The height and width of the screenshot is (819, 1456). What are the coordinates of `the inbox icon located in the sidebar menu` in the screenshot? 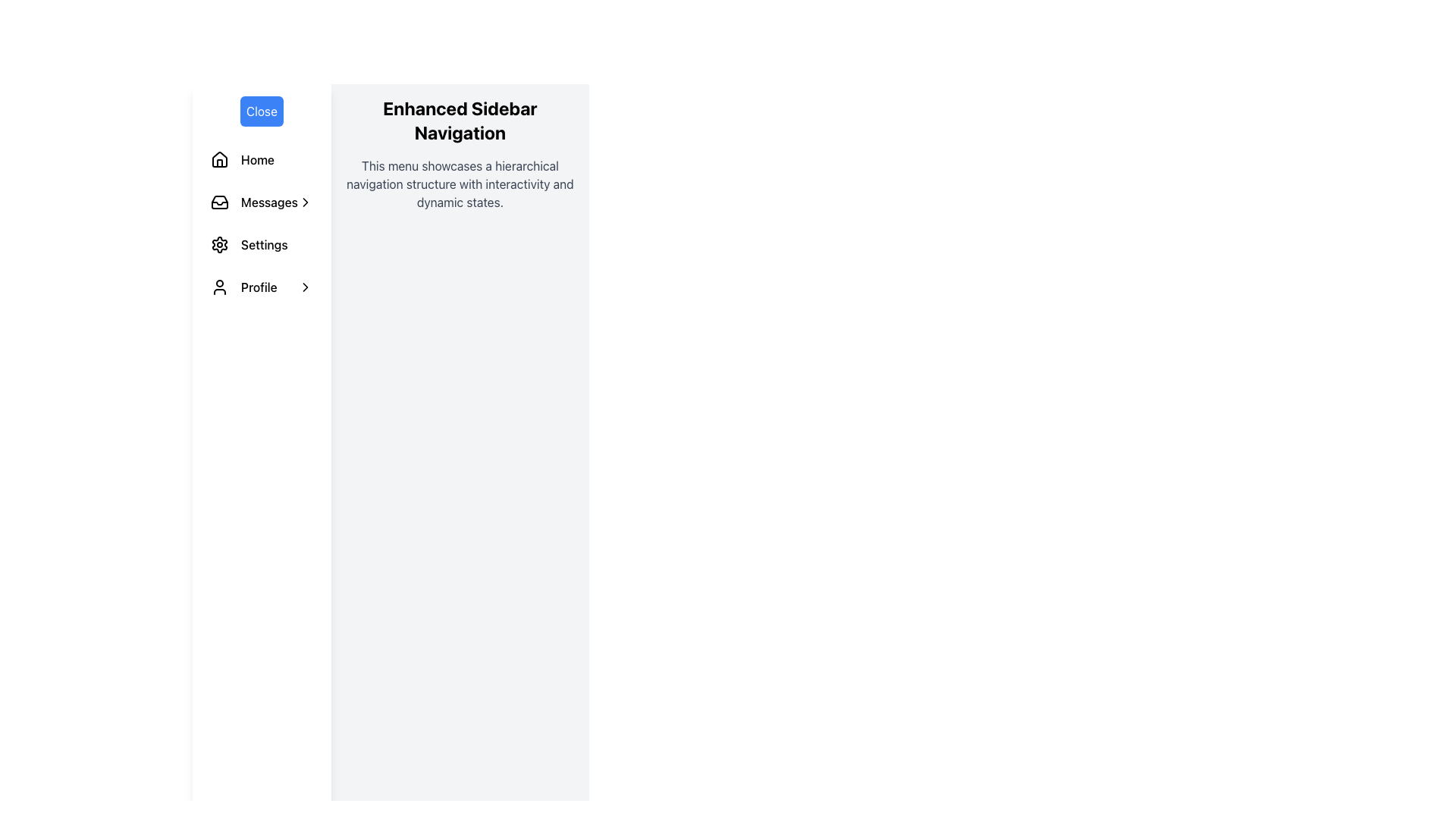 It's located at (218, 201).